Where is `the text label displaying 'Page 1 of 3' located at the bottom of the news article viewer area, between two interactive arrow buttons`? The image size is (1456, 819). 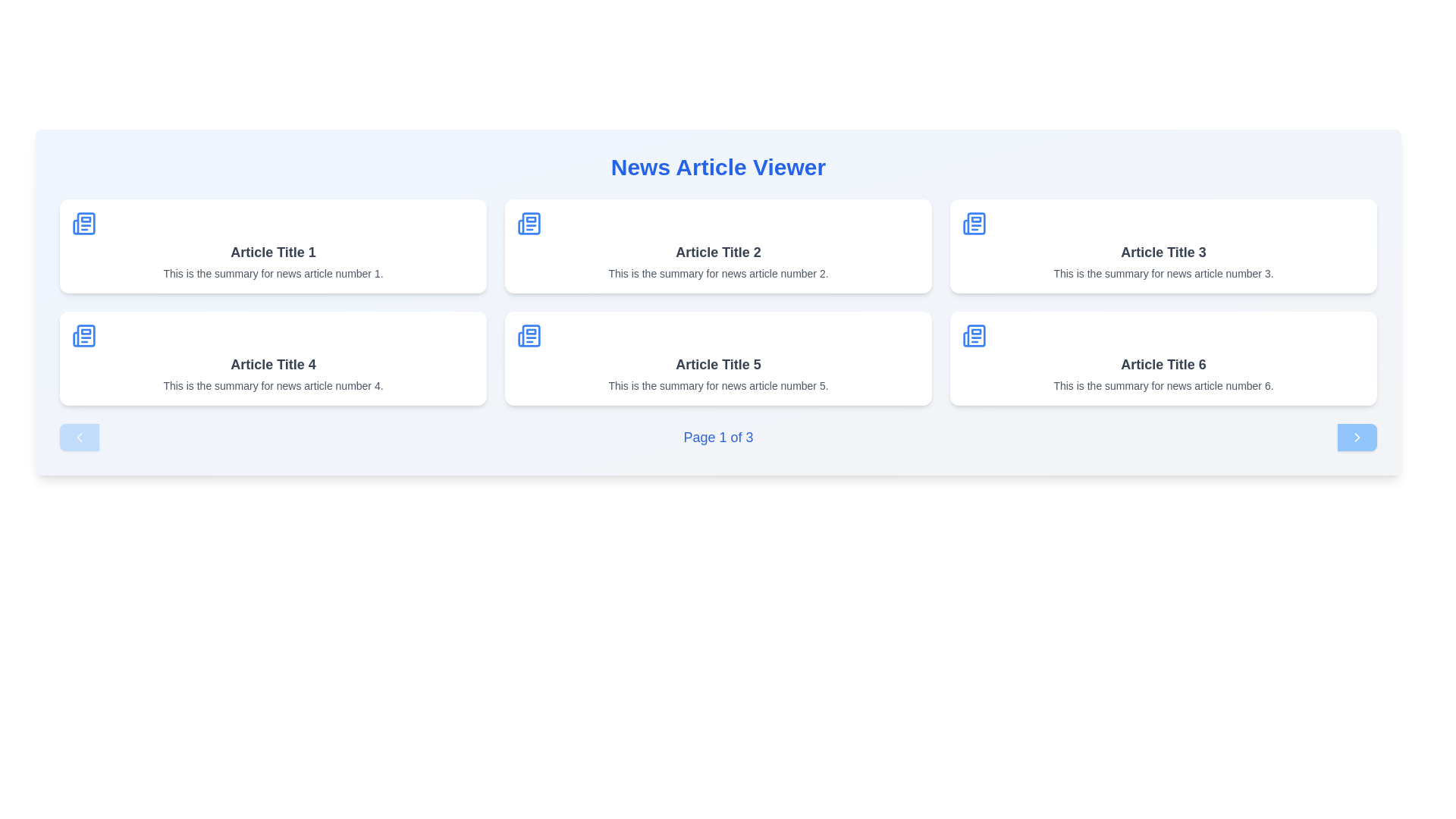 the text label displaying 'Page 1 of 3' located at the bottom of the news article viewer area, between two interactive arrow buttons is located at coordinates (717, 438).